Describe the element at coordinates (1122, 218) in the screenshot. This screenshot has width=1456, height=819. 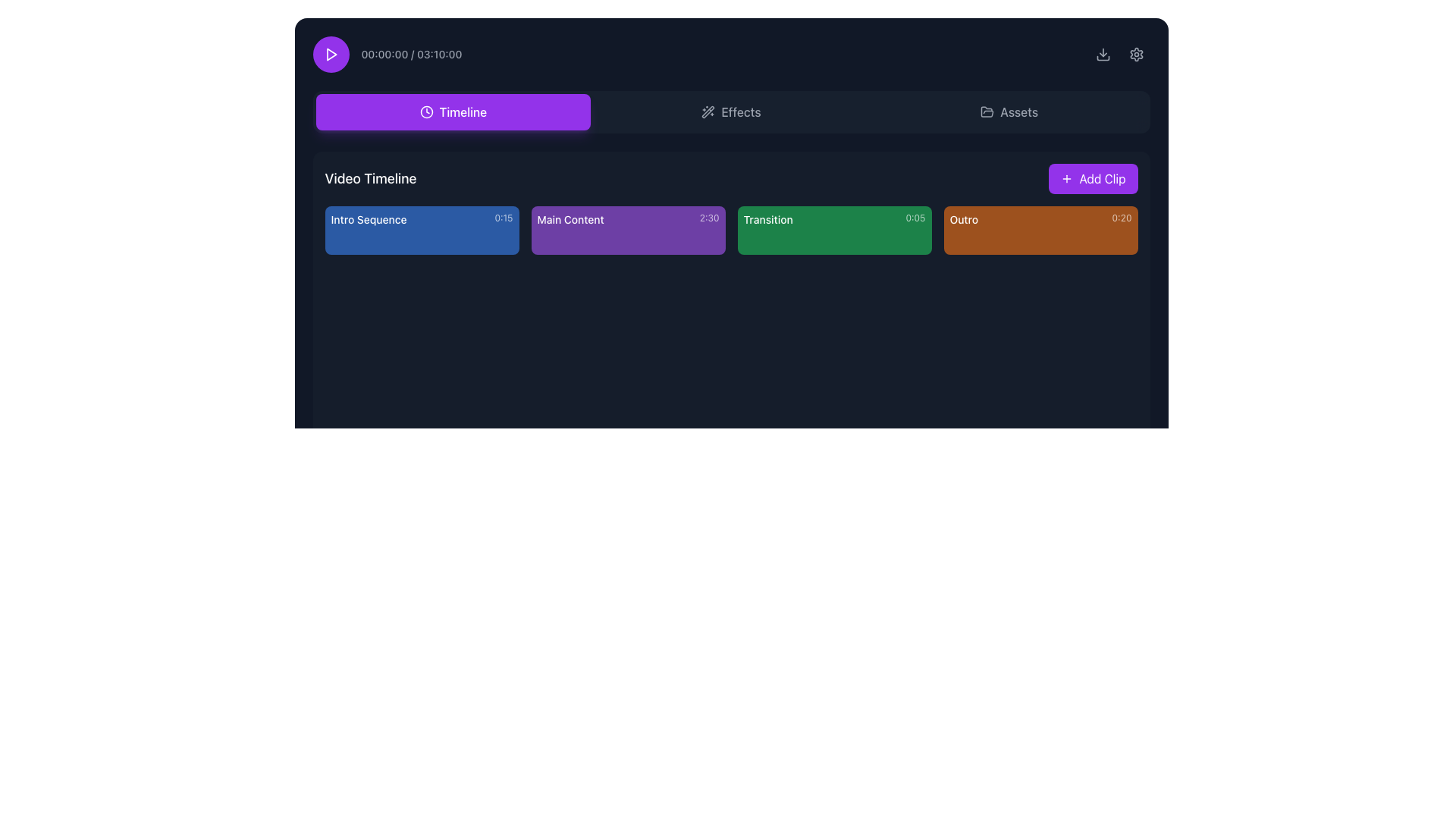
I see `the Text label representing the duration of the 'Outro' segment in the orange 'Outro' bar located in the 'Video Timeline' section` at that location.